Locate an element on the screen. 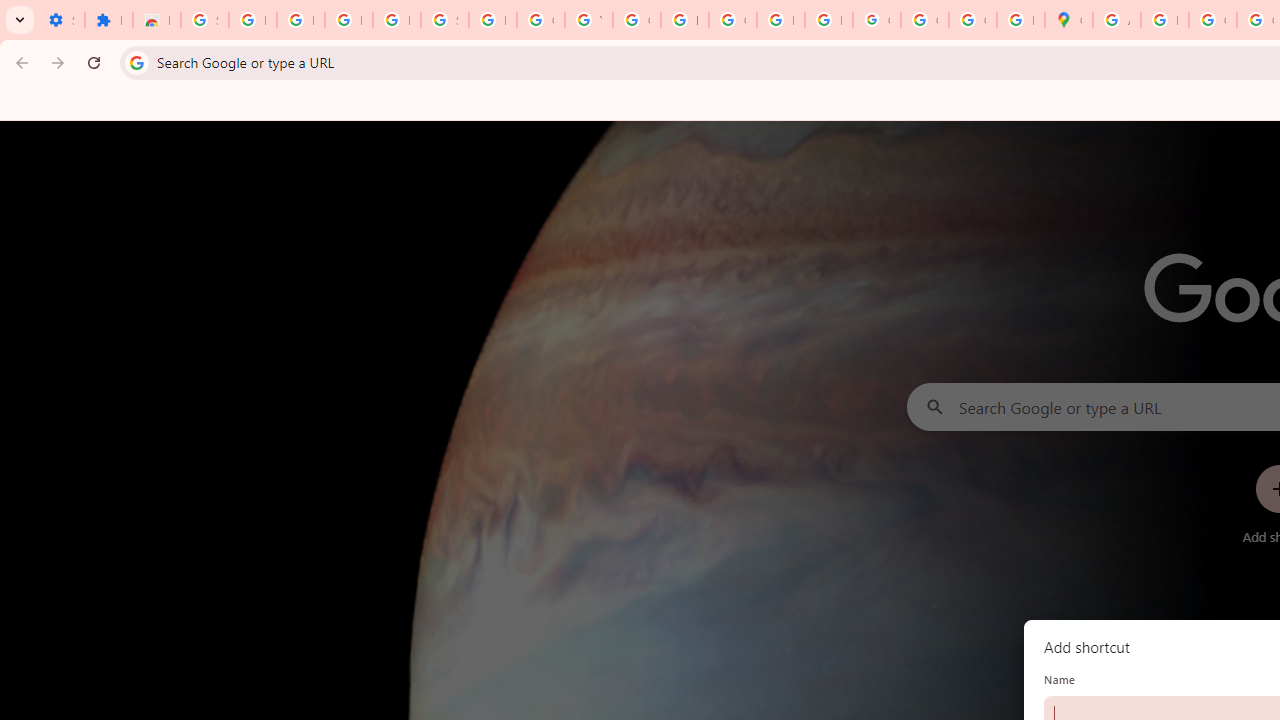 The height and width of the screenshot is (720, 1280). 'YouTube' is located at coordinates (587, 20).